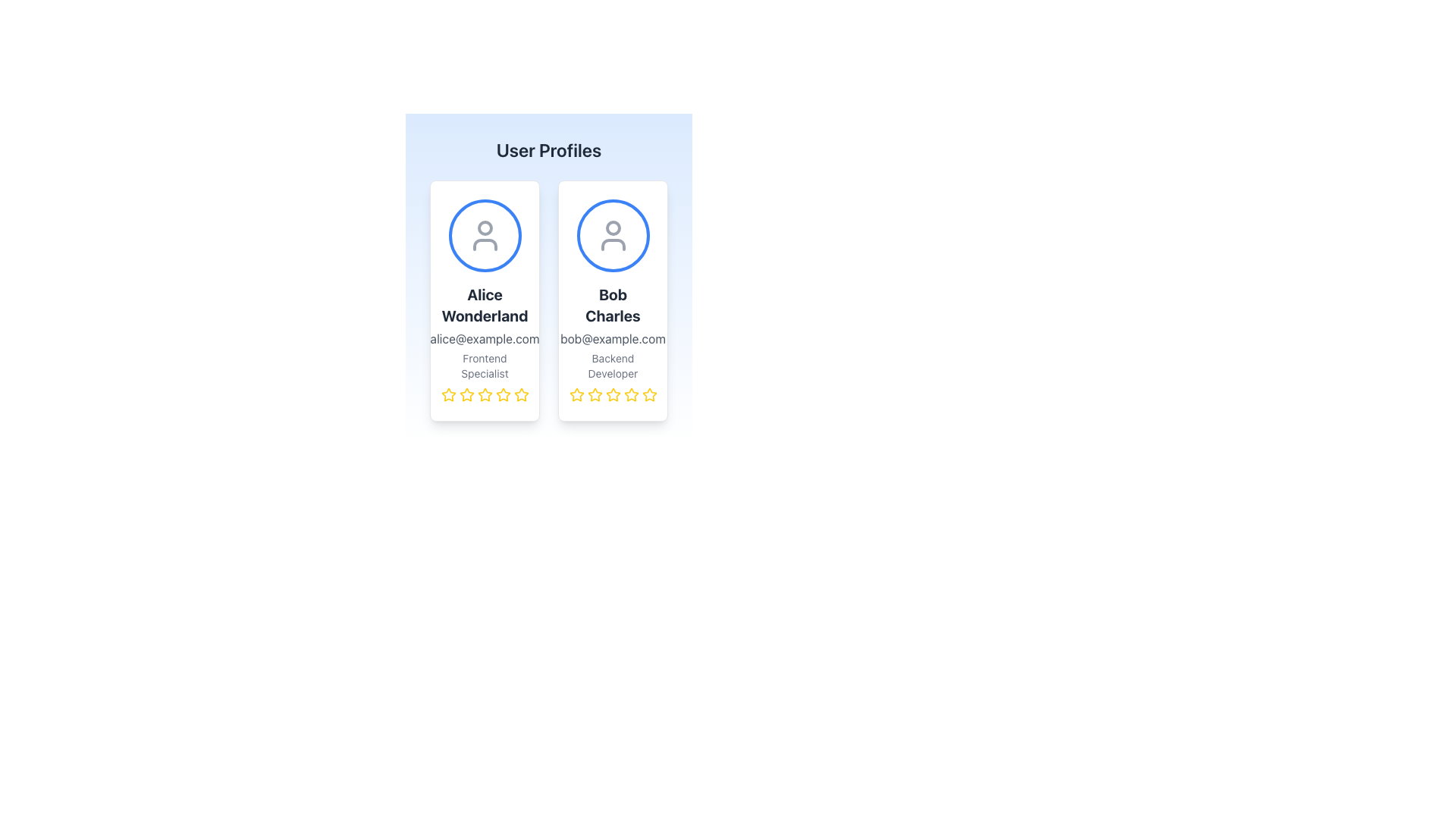  I want to click on the user icon represented as a gray SVG within the profile card, located at the top center, above the textual elements, so click(613, 236).